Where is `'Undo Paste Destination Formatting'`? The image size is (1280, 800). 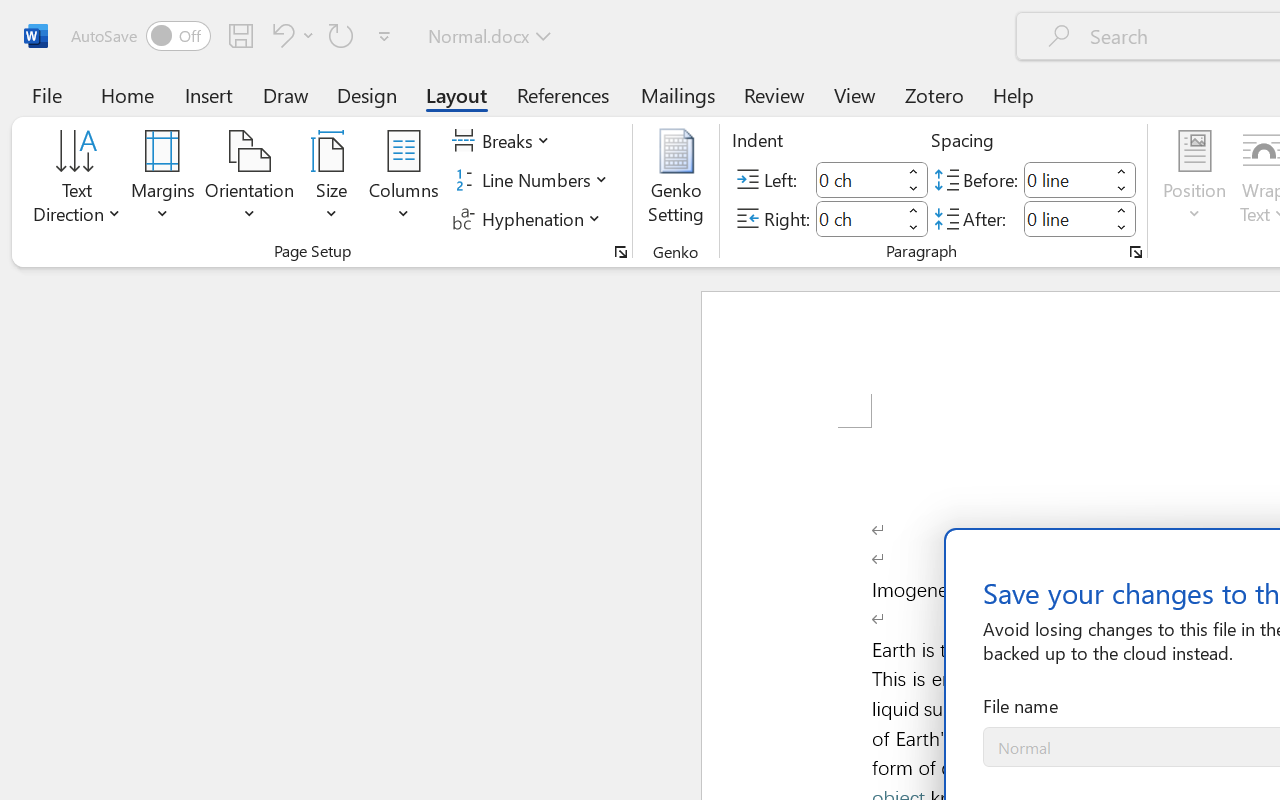
'Undo Paste Destination Formatting' is located at coordinates (279, 34).